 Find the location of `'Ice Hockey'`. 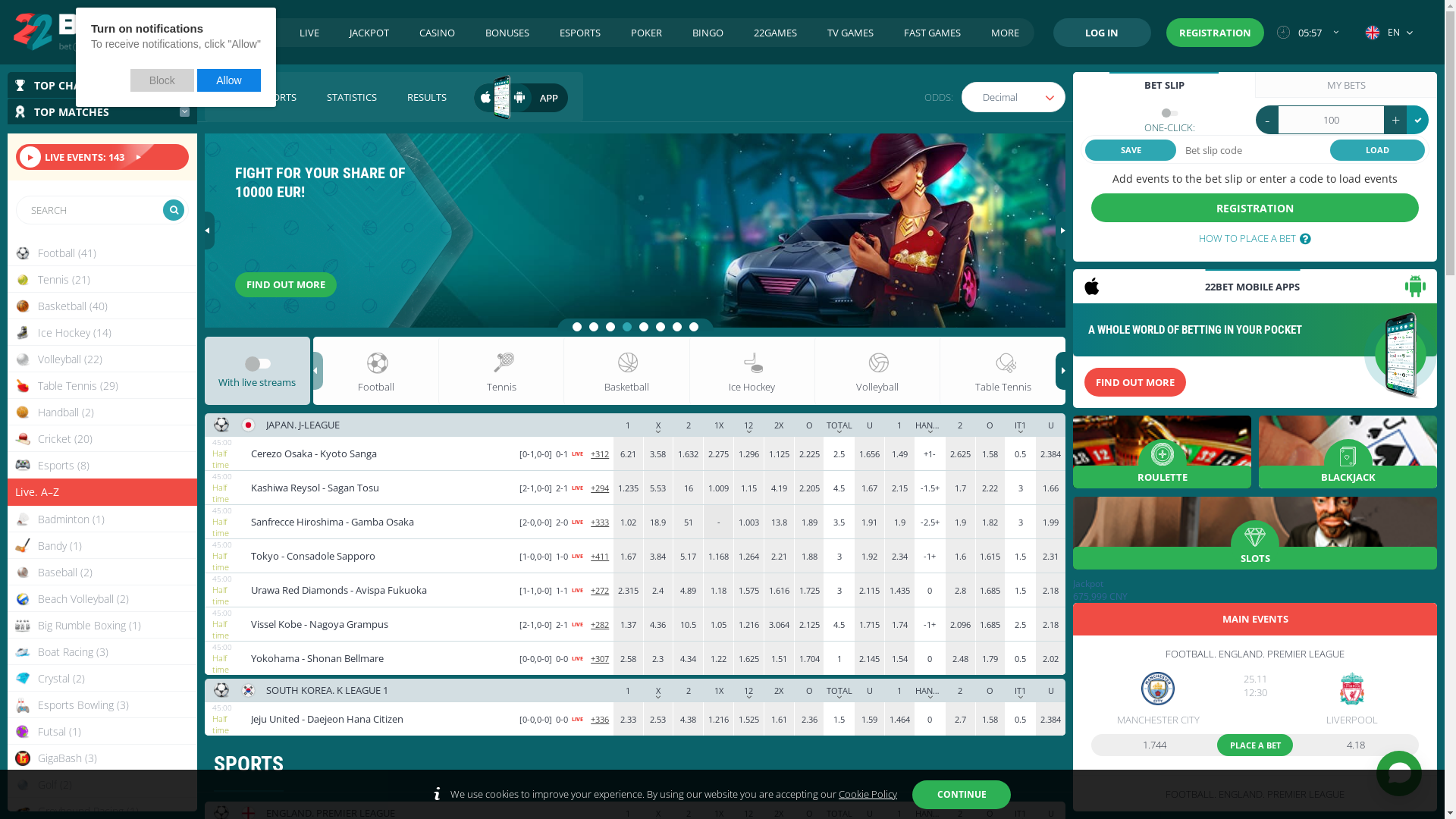

'Ice Hockey' is located at coordinates (752, 371).